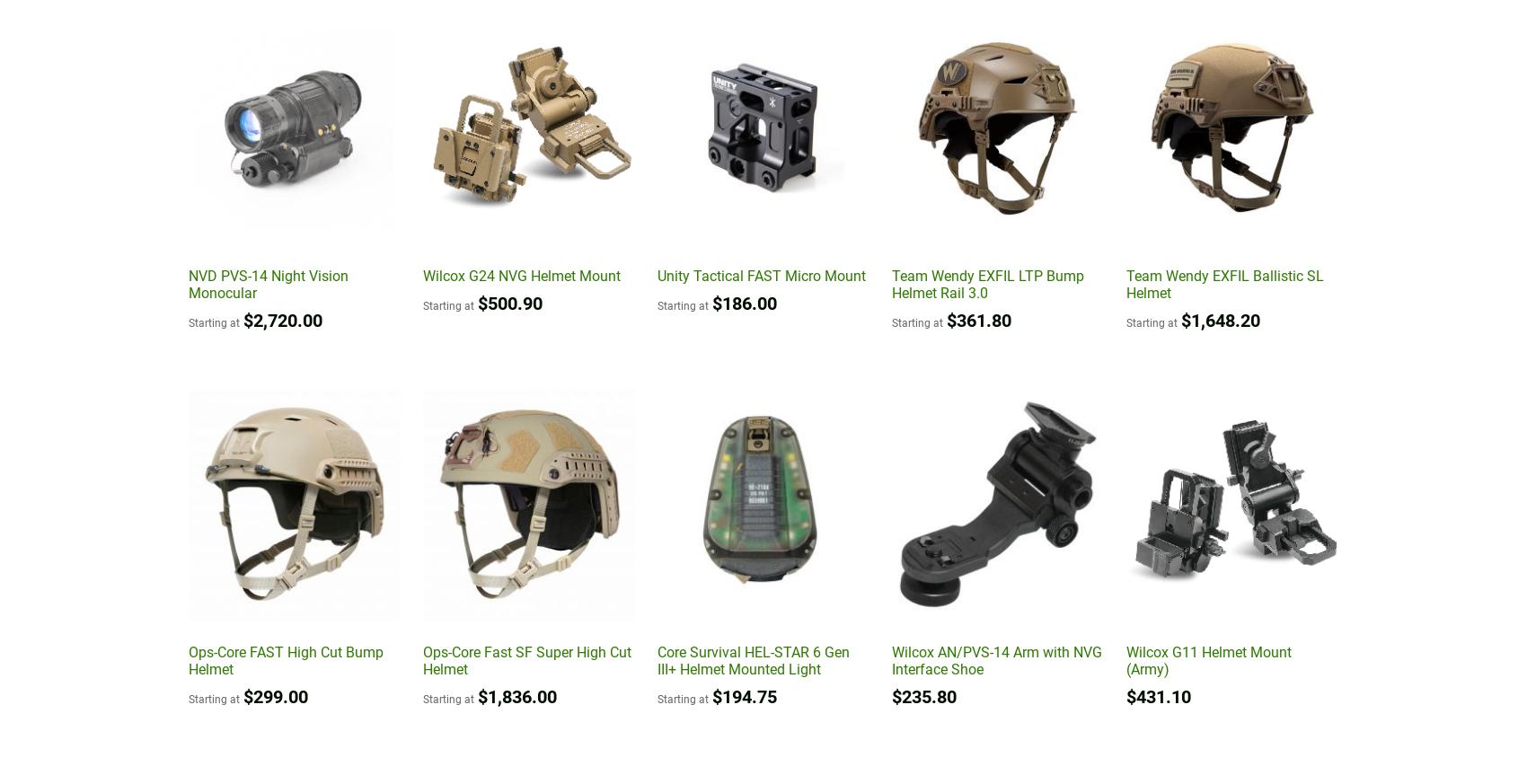 The height and width of the screenshot is (784, 1527). I want to click on 'NVD PVS-14 Night Vision Monocular', so click(269, 284).